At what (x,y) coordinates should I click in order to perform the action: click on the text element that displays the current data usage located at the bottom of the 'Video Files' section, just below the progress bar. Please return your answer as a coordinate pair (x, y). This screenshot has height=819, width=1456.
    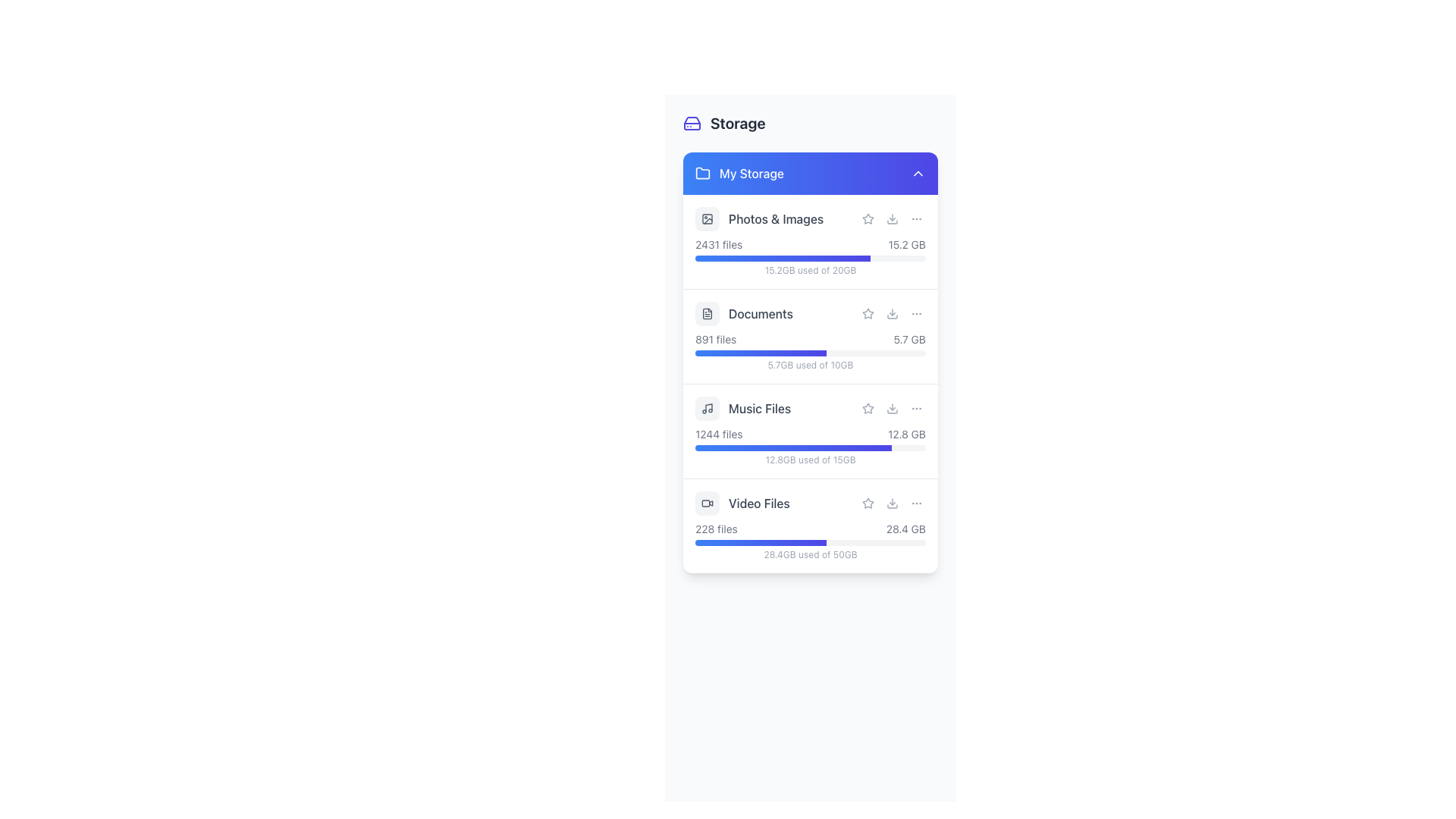
    Looking at the image, I should click on (810, 555).